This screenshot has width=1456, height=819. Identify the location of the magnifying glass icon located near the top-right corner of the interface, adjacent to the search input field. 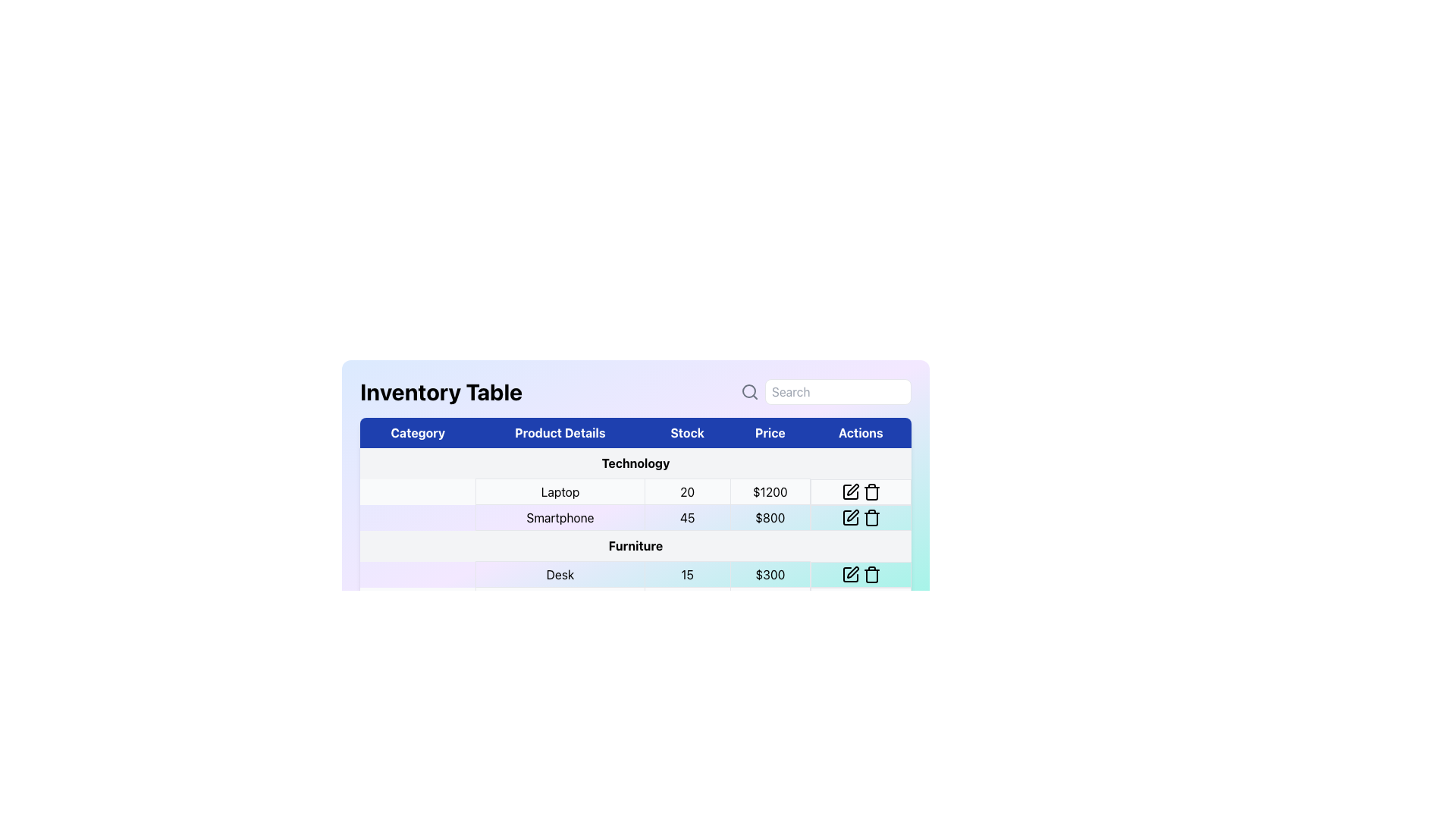
(749, 391).